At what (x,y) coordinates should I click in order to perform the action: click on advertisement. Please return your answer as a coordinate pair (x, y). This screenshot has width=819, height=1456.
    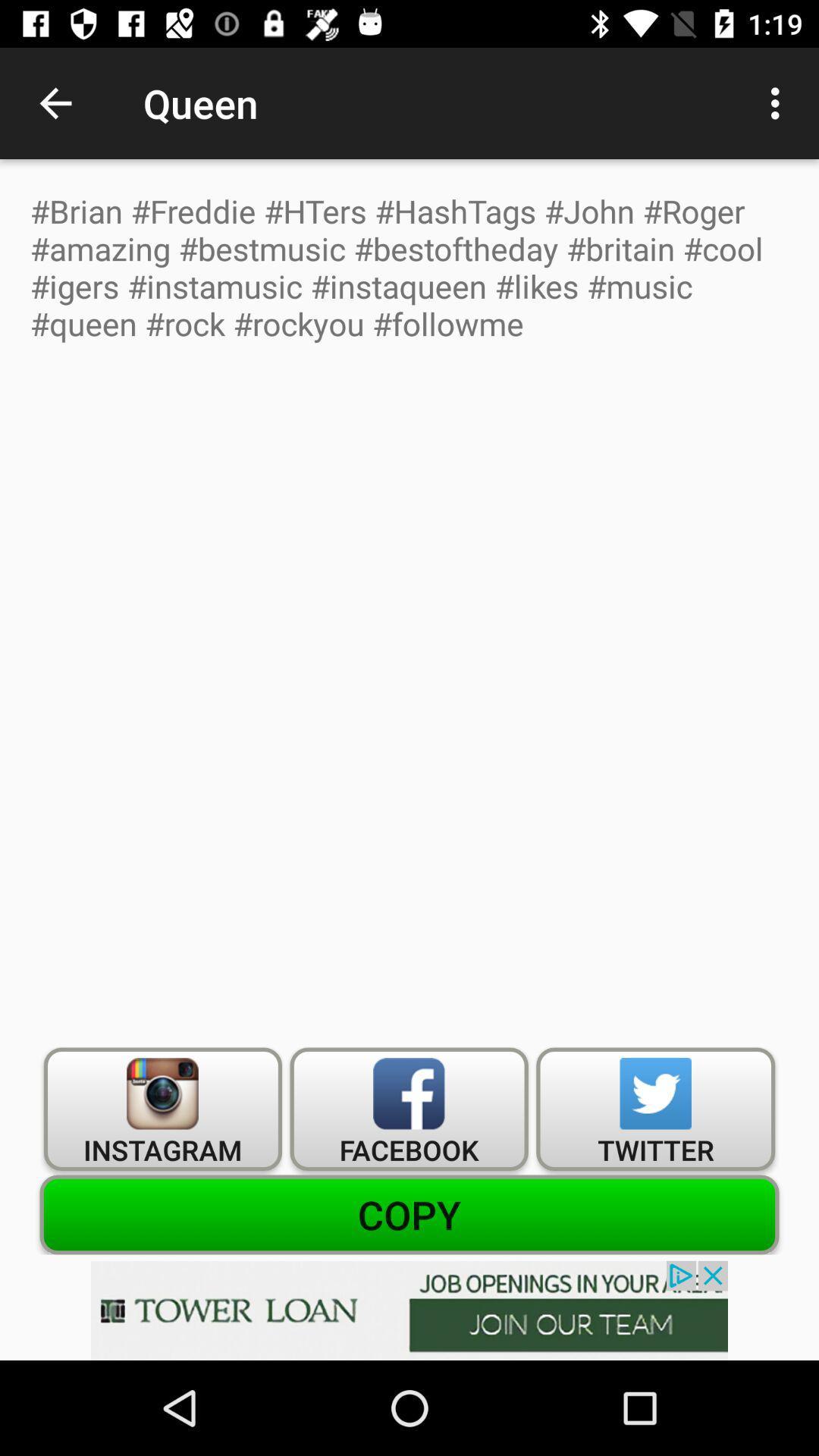
    Looking at the image, I should click on (409, 1310).